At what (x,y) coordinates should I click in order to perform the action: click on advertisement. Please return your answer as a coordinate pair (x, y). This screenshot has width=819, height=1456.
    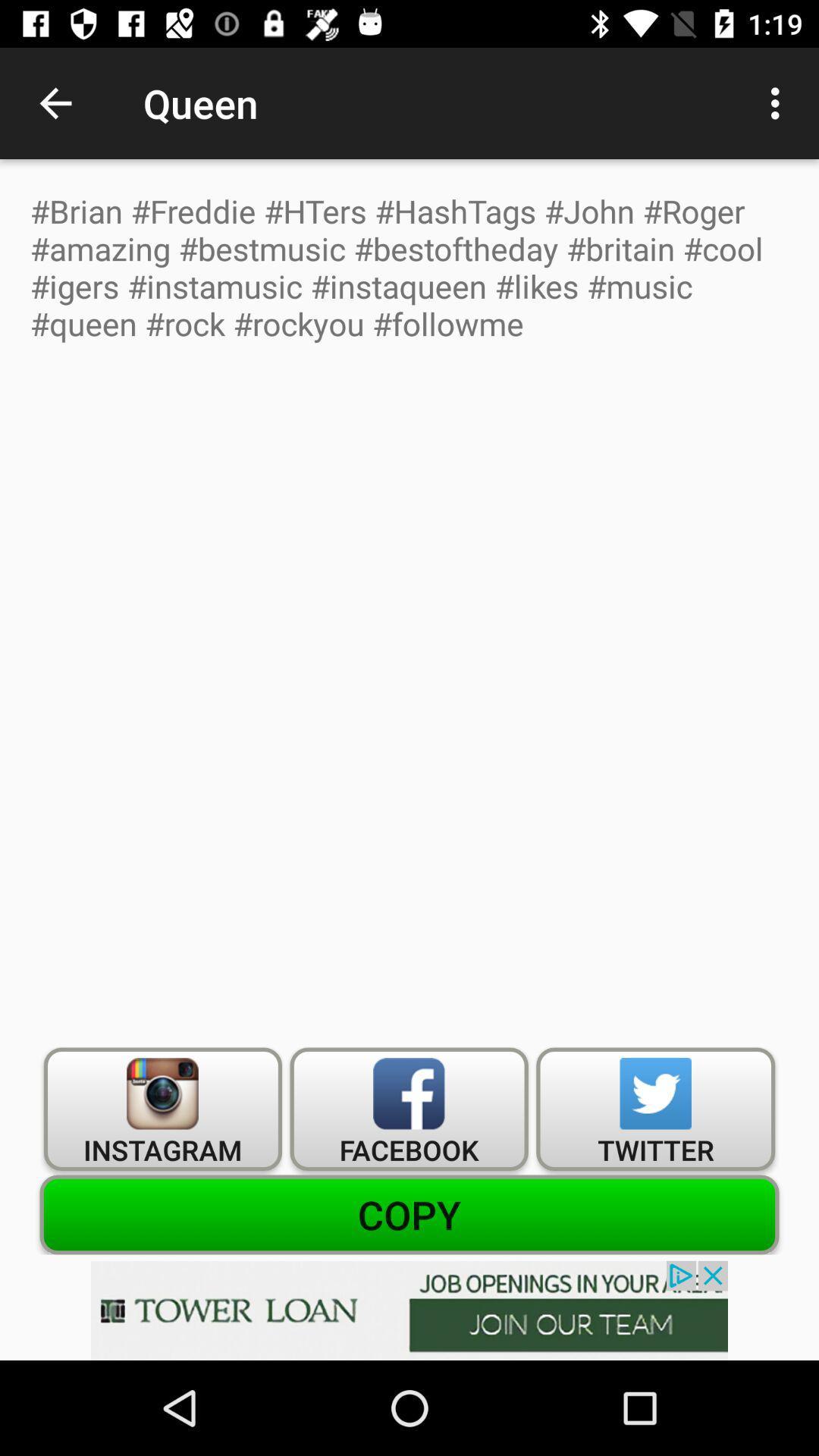
    Looking at the image, I should click on (409, 1310).